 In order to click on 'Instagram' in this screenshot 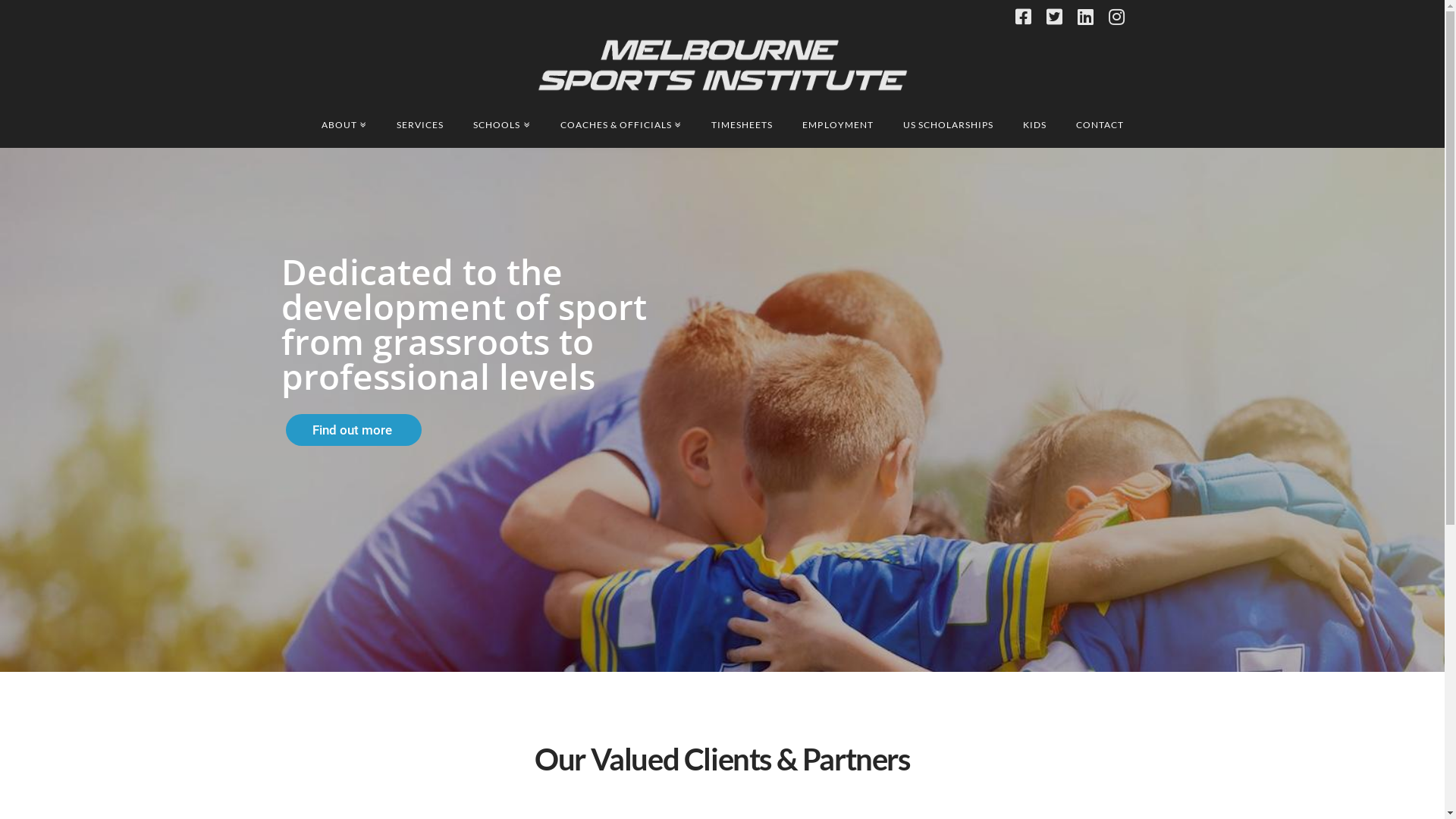, I will do `click(1116, 17)`.